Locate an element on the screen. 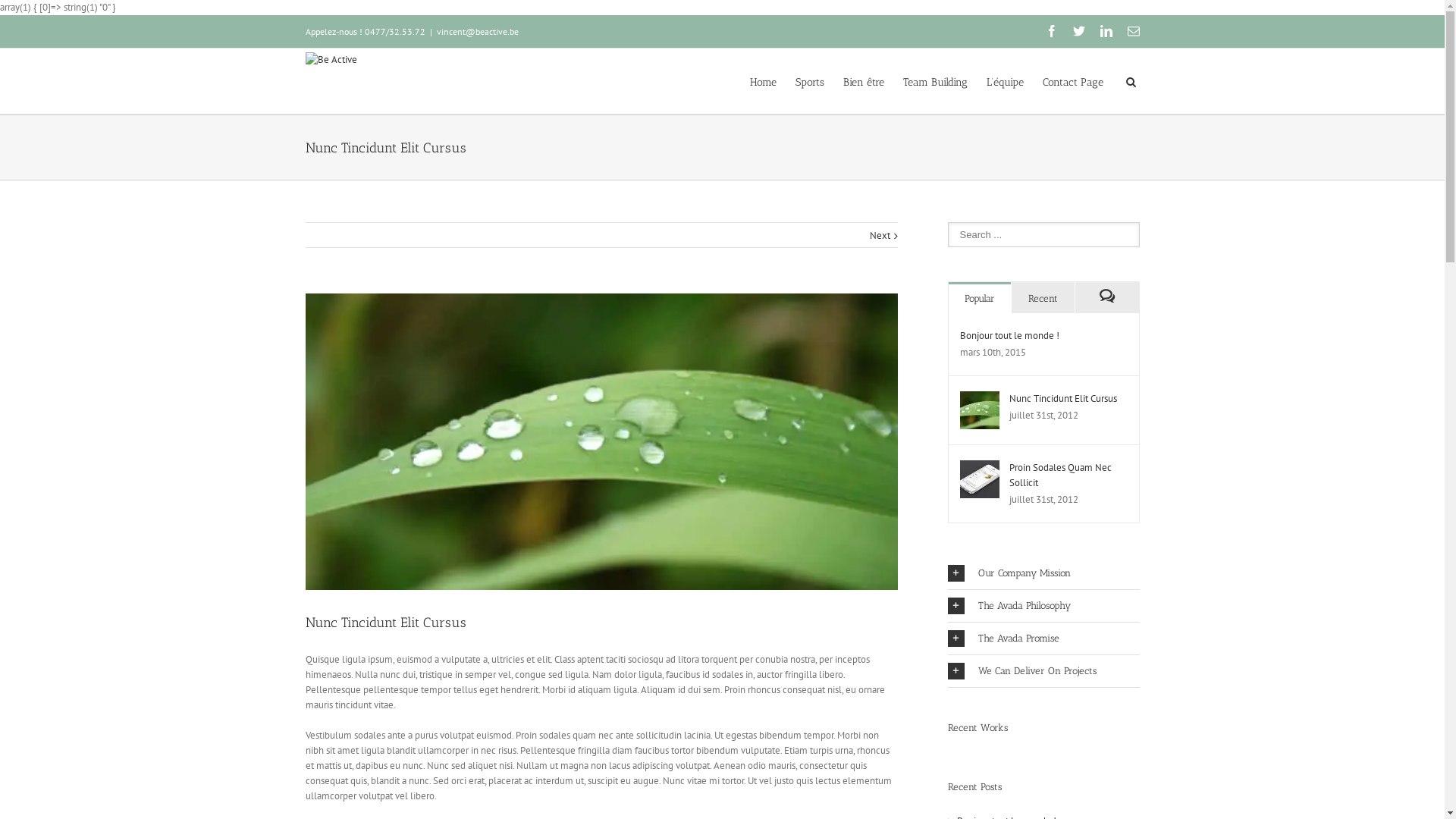 The image size is (1456, 819). 'Contact Page' is located at coordinates (1072, 81).